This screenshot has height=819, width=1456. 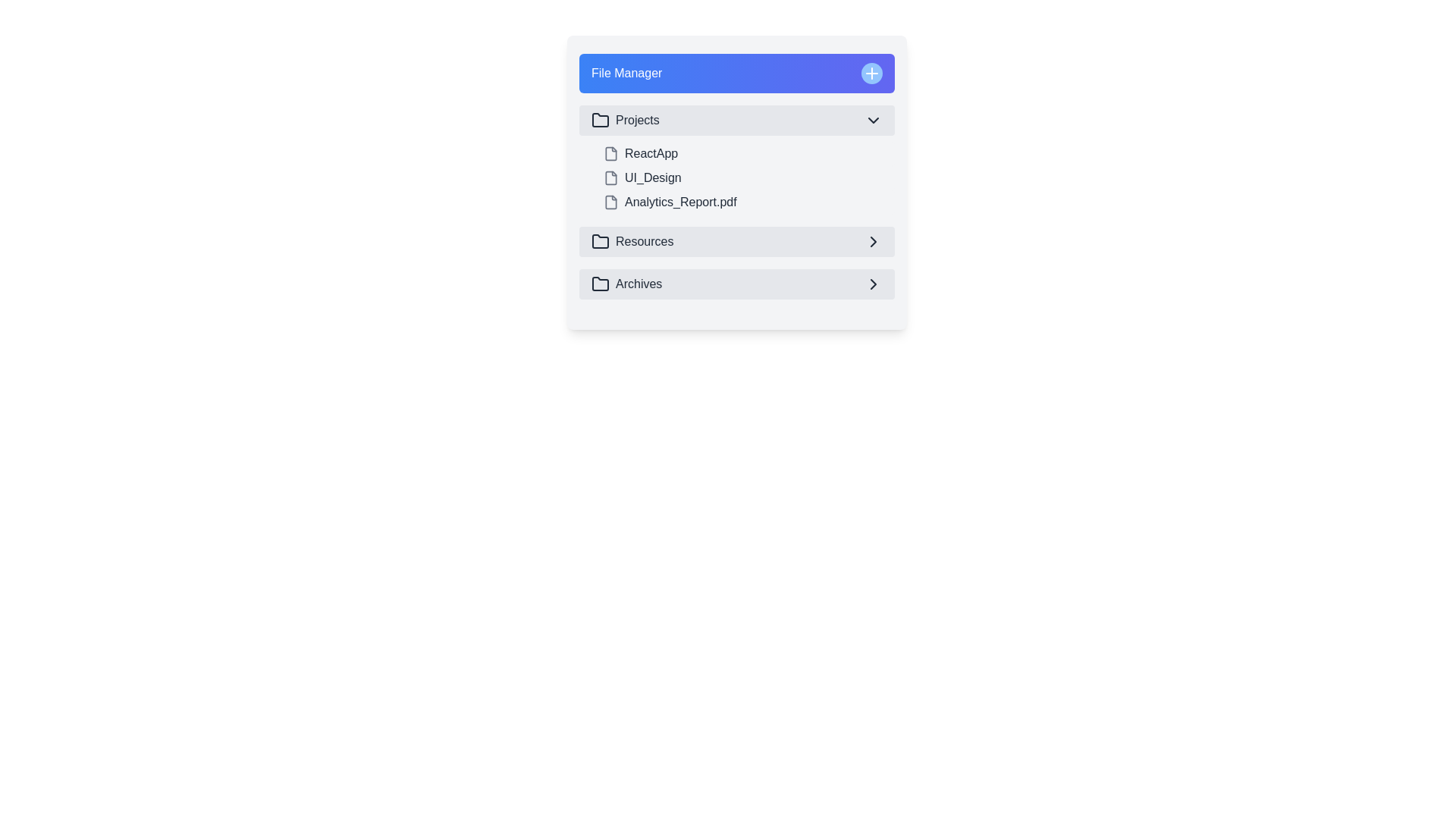 What do you see at coordinates (600, 284) in the screenshot?
I see `the folder icon representing the 'Archives' section located towards the bottom of the file manager panel` at bounding box center [600, 284].